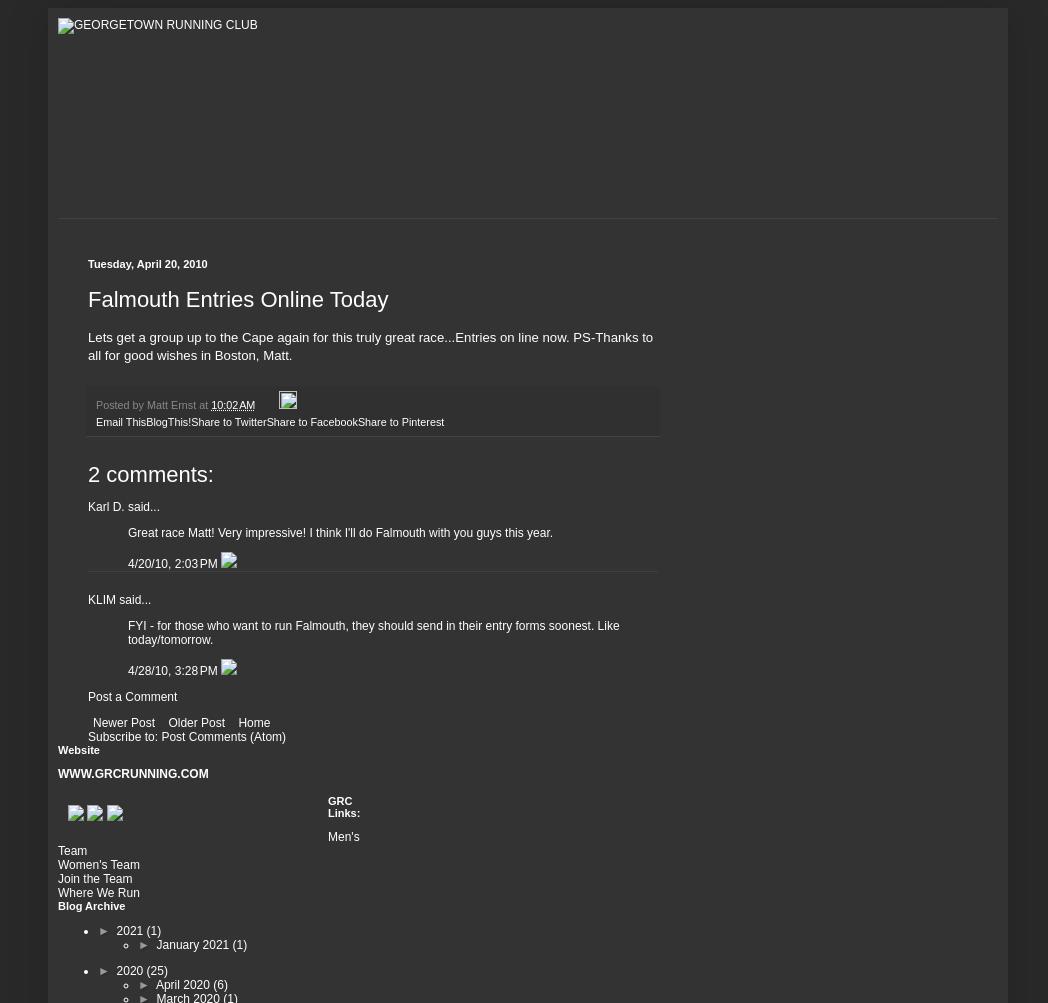 Image resolution: width=1048 pixels, height=1003 pixels. I want to click on 'Older Post', so click(195, 720).